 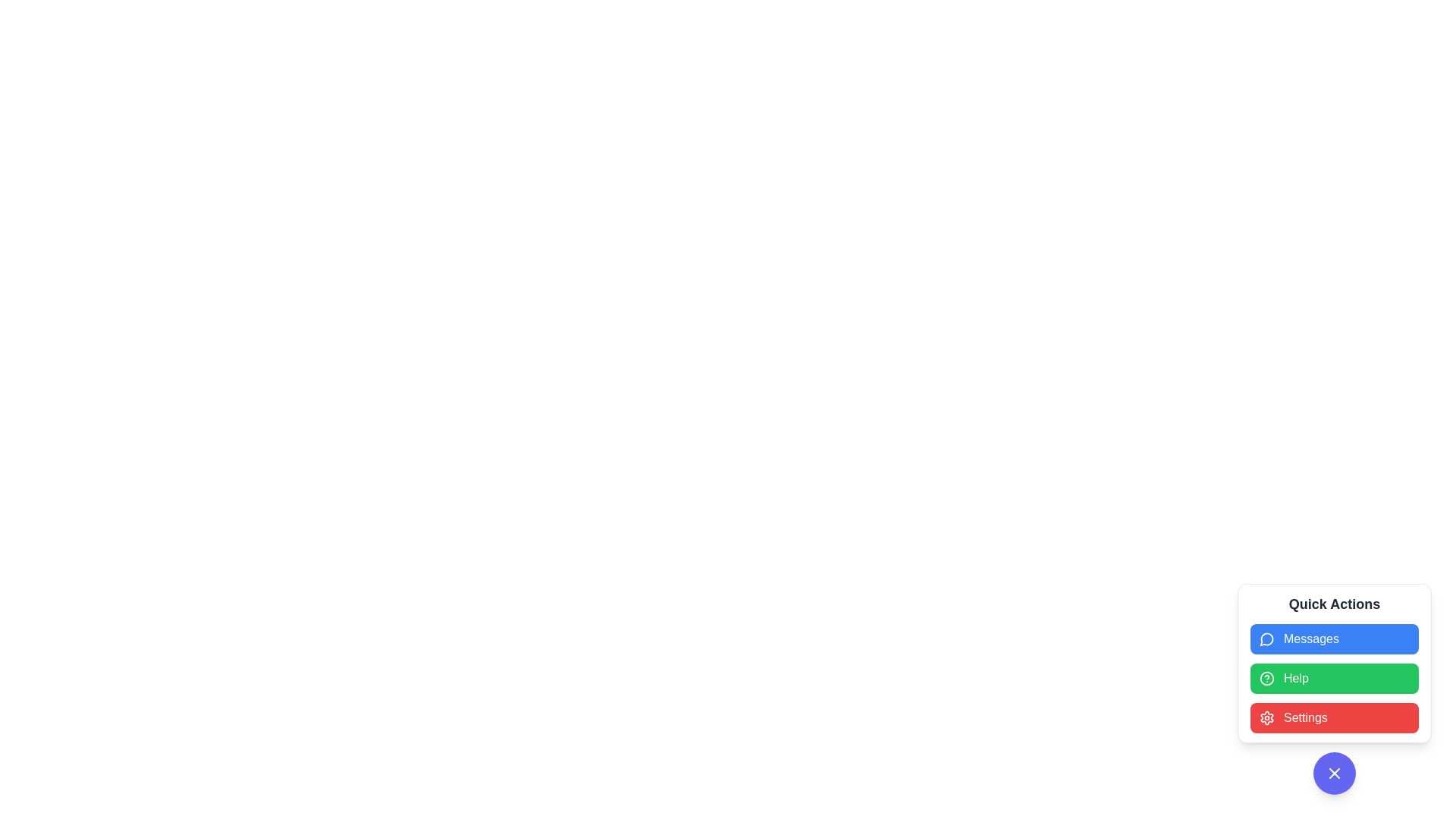 I want to click on the horizontally-stretched green rectangular button labeled 'Help', which is the second button in the list within the 'Quick Actions' floating card, so click(x=1335, y=689).